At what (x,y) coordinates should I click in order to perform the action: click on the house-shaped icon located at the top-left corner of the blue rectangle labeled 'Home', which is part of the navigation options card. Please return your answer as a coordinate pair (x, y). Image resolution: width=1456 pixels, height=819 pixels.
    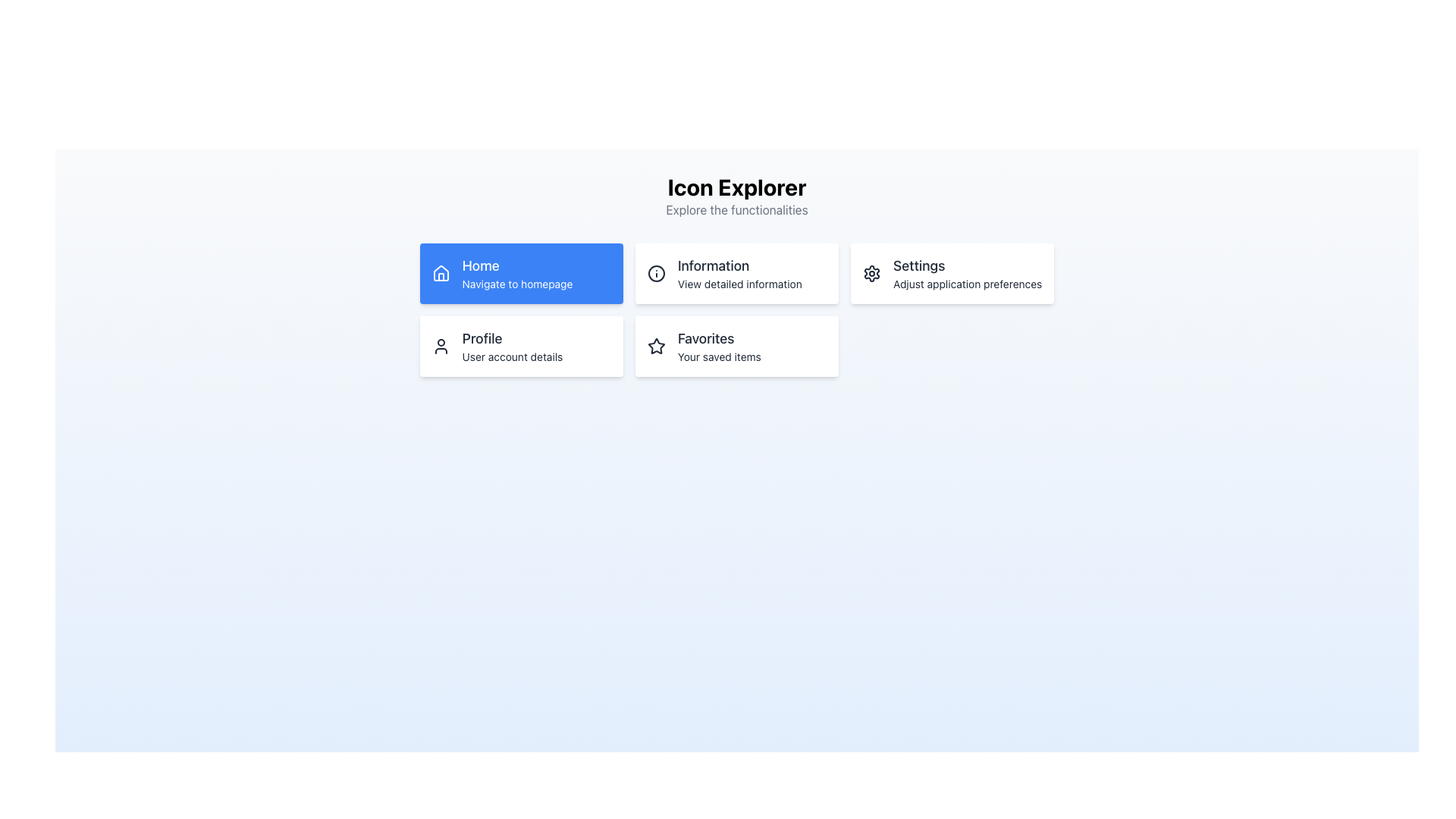
    Looking at the image, I should click on (440, 273).